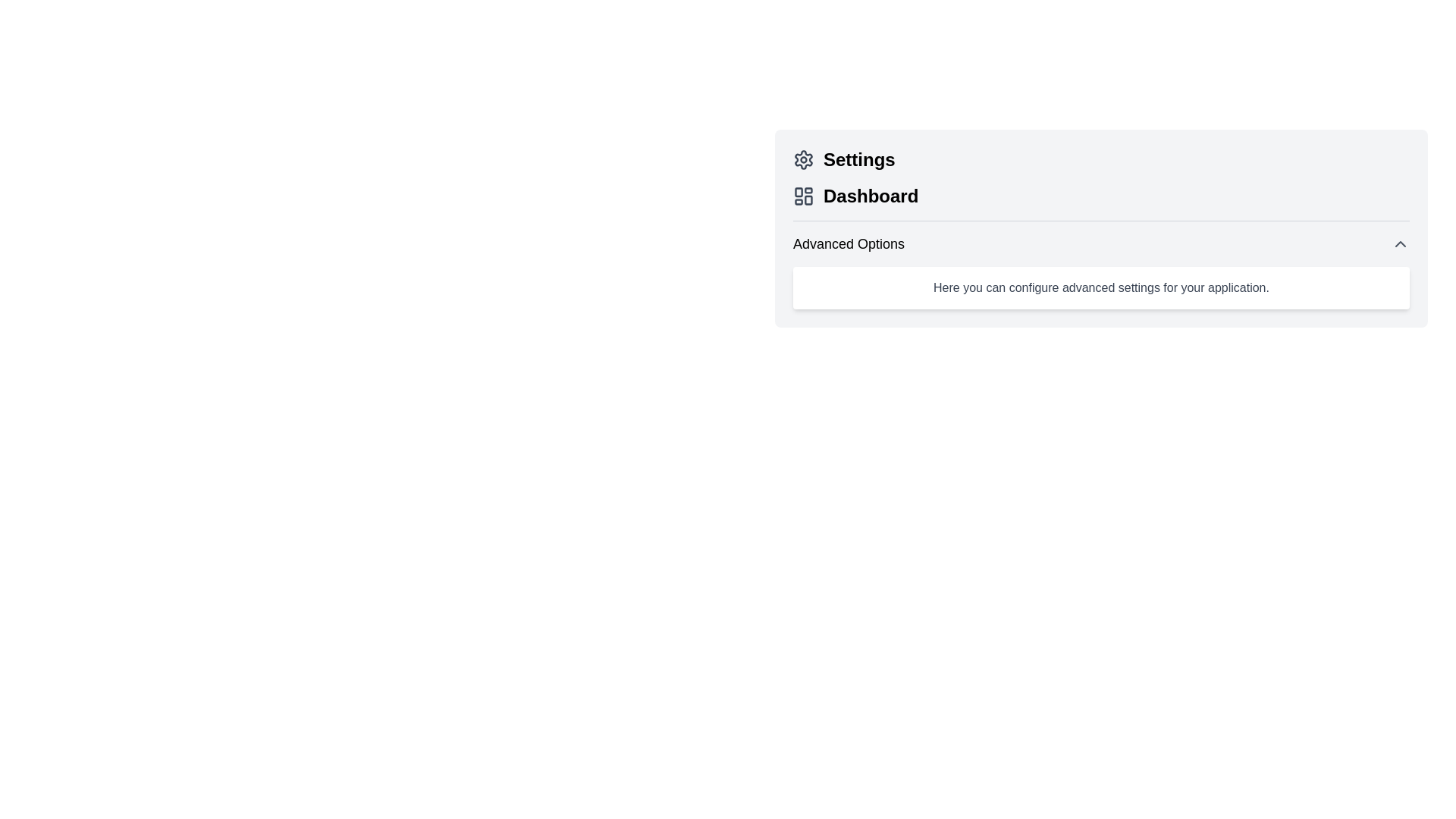 The image size is (1456, 819). I want to click on the 'Settings' text label, which is bold, larger in size, and positioned near the left side of the navigation menu, so click(859, 160).